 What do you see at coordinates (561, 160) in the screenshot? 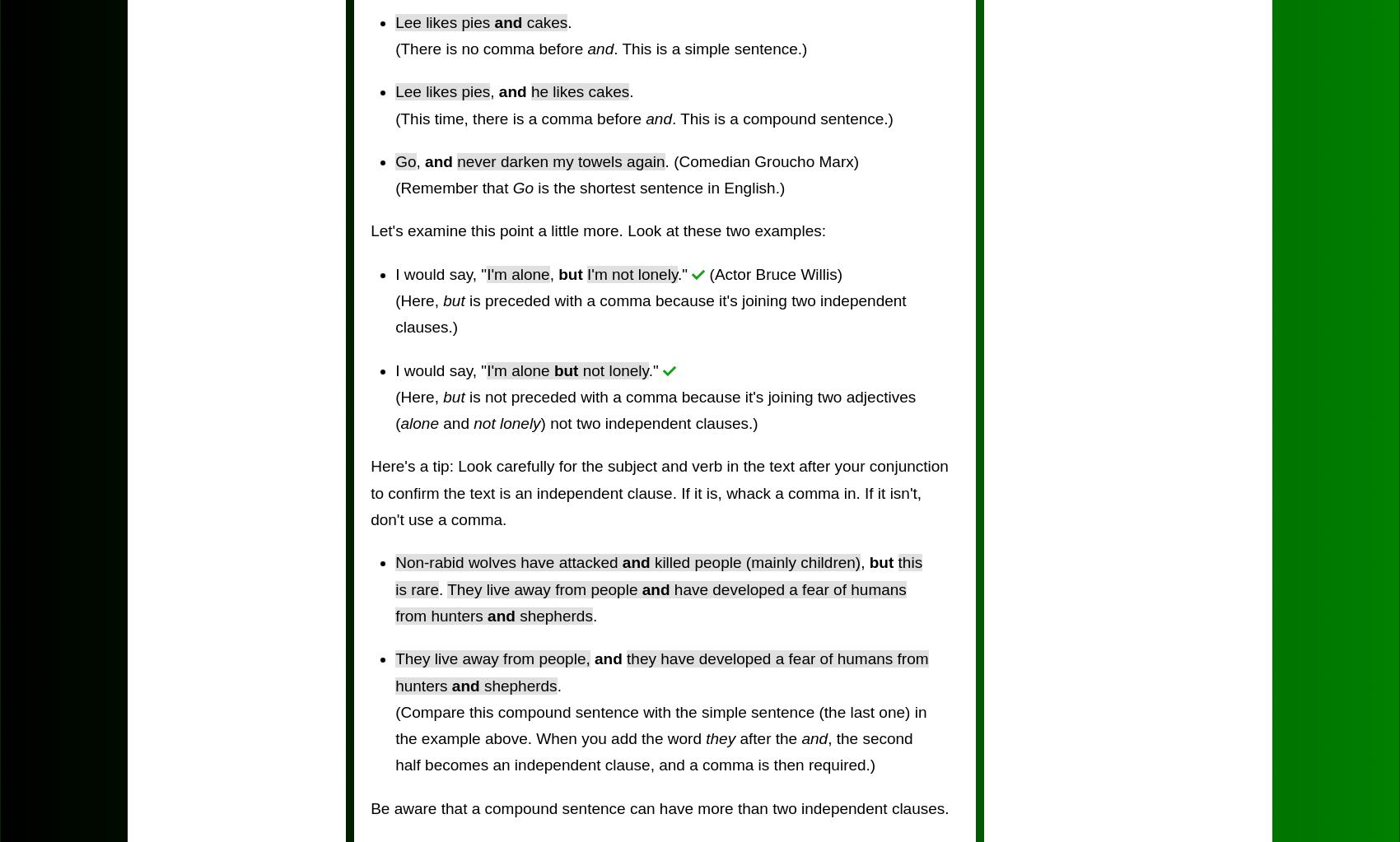
I see `'never darken my towels again'` at bounding box center [561, 160].